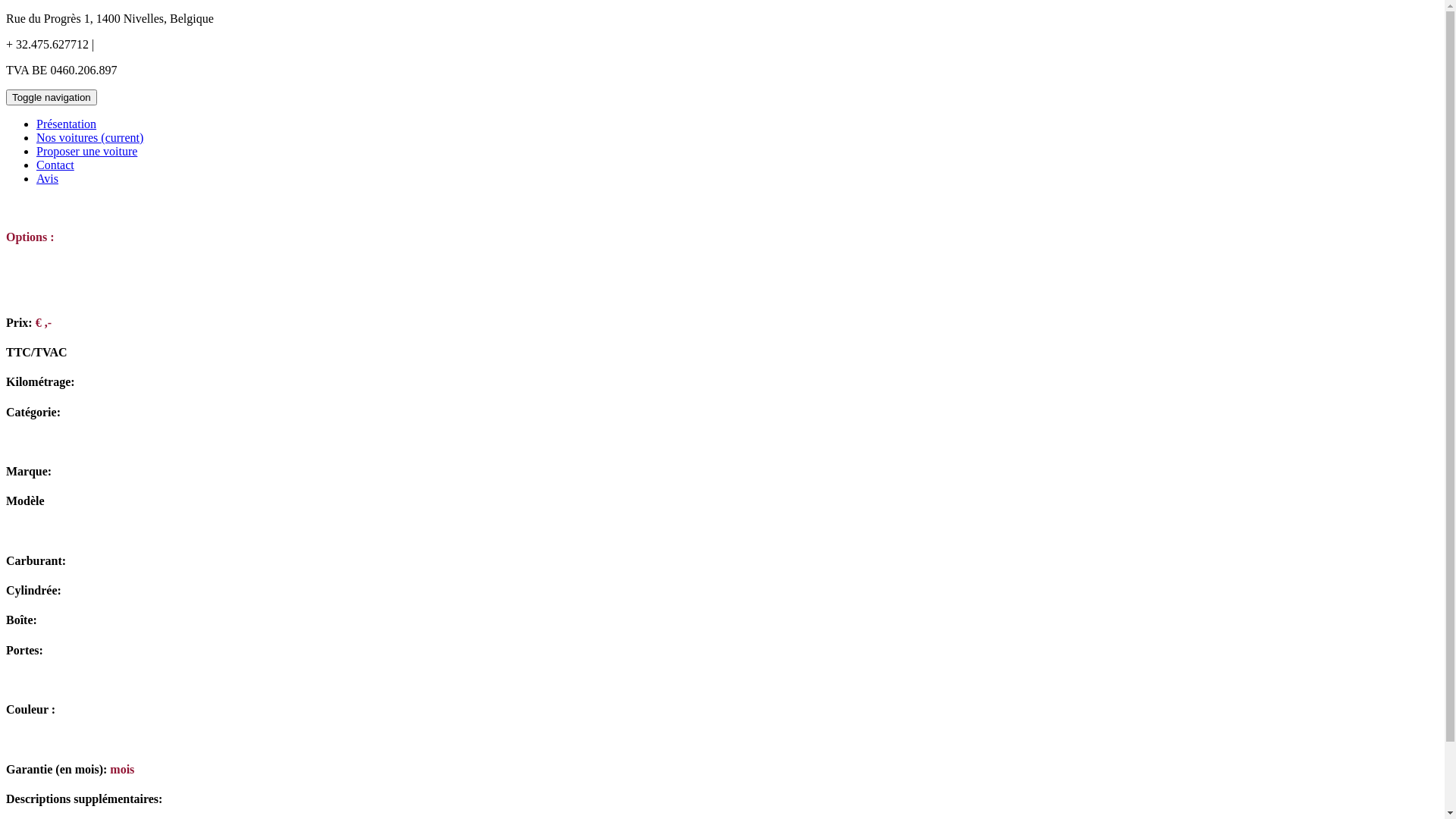  What do you see at coordinates (86, 151) in the screenshot?
I see `'Proposer une voiture'` at bounding box center [86, 151].